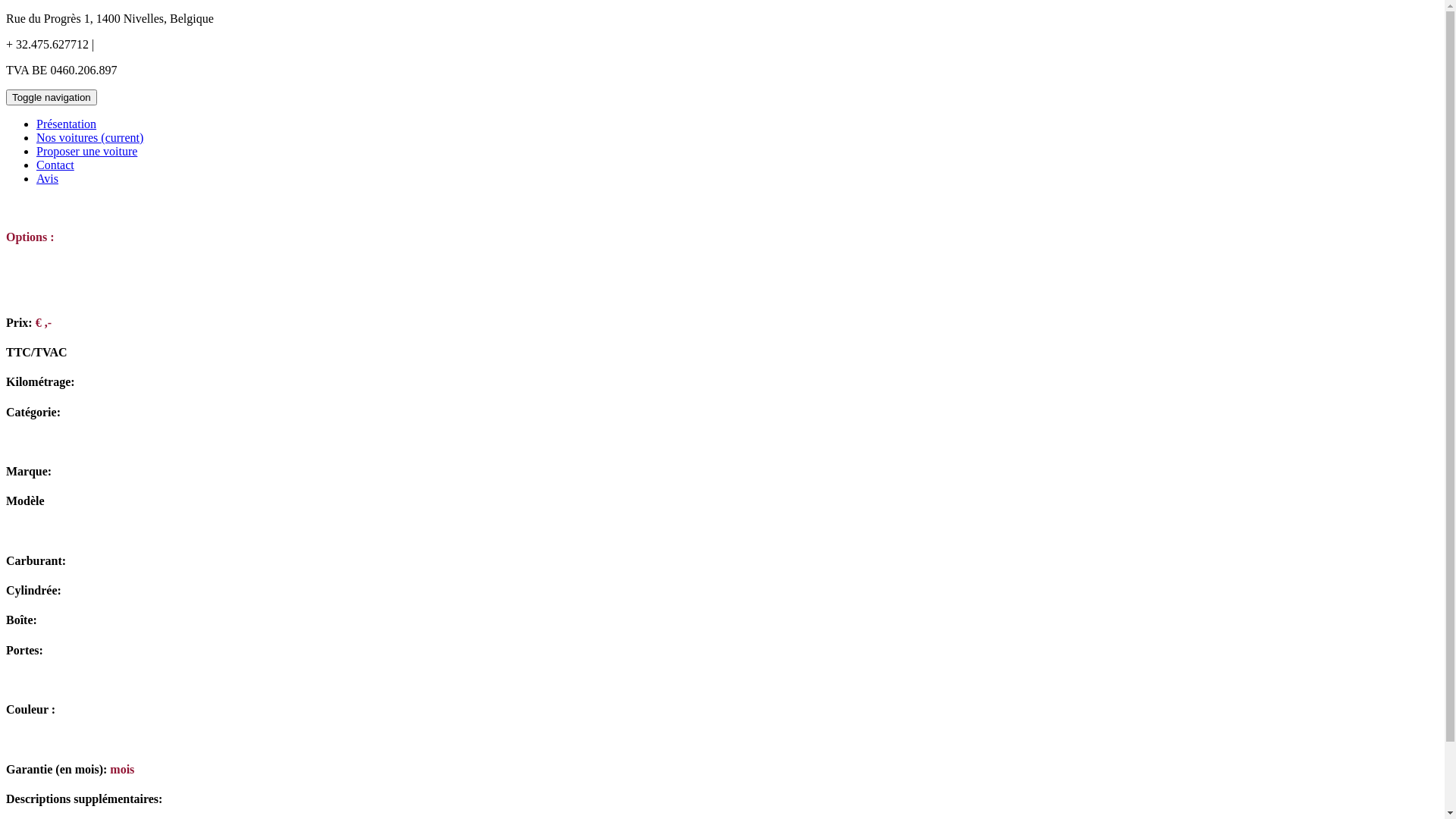  What do you see at coordinates (86, 151) in the screenshot?
I see `'Proposer une voiture'` at bounding box center [86, 151].